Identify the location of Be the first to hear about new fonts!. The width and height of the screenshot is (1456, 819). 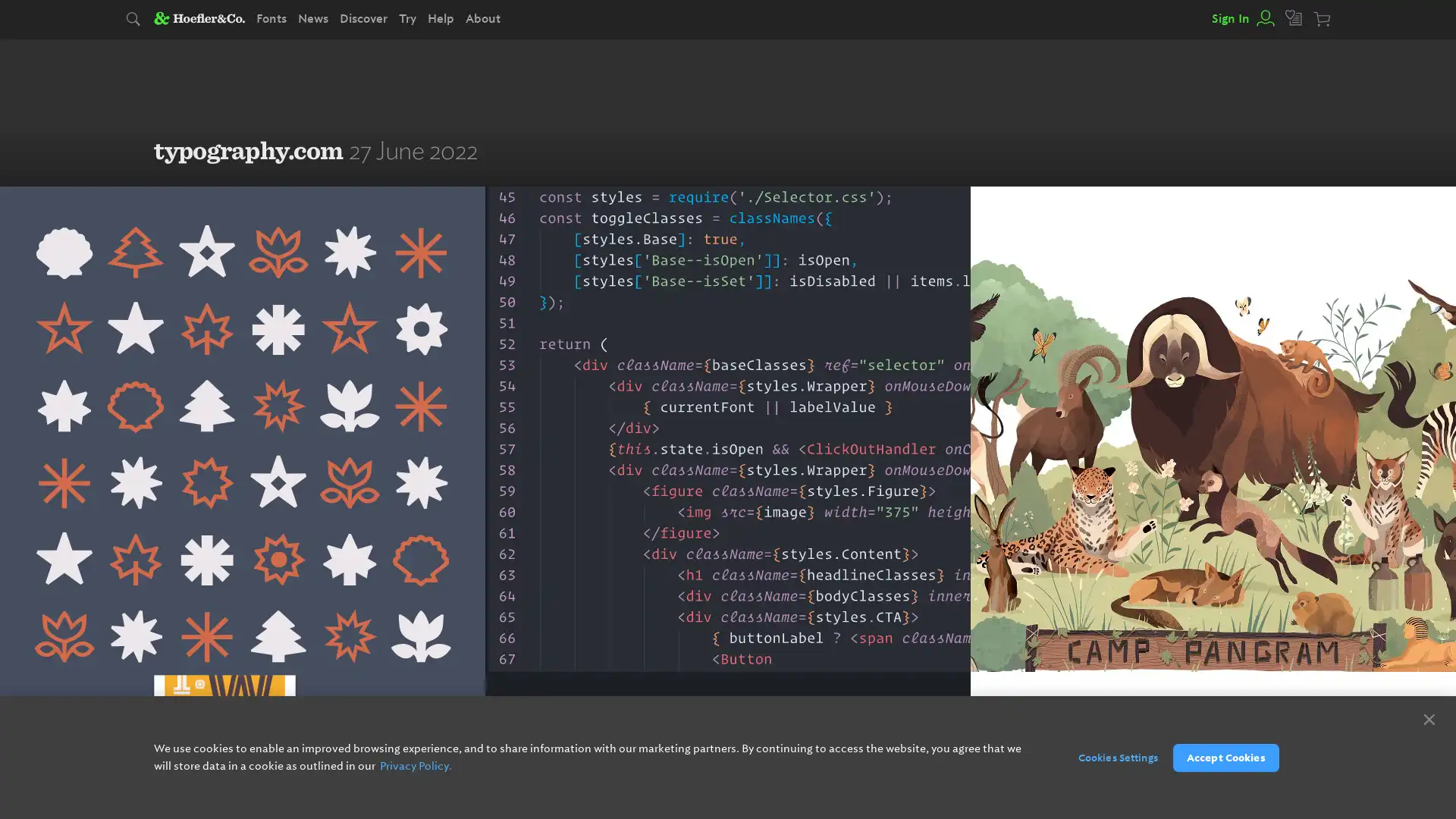
(803, 756).